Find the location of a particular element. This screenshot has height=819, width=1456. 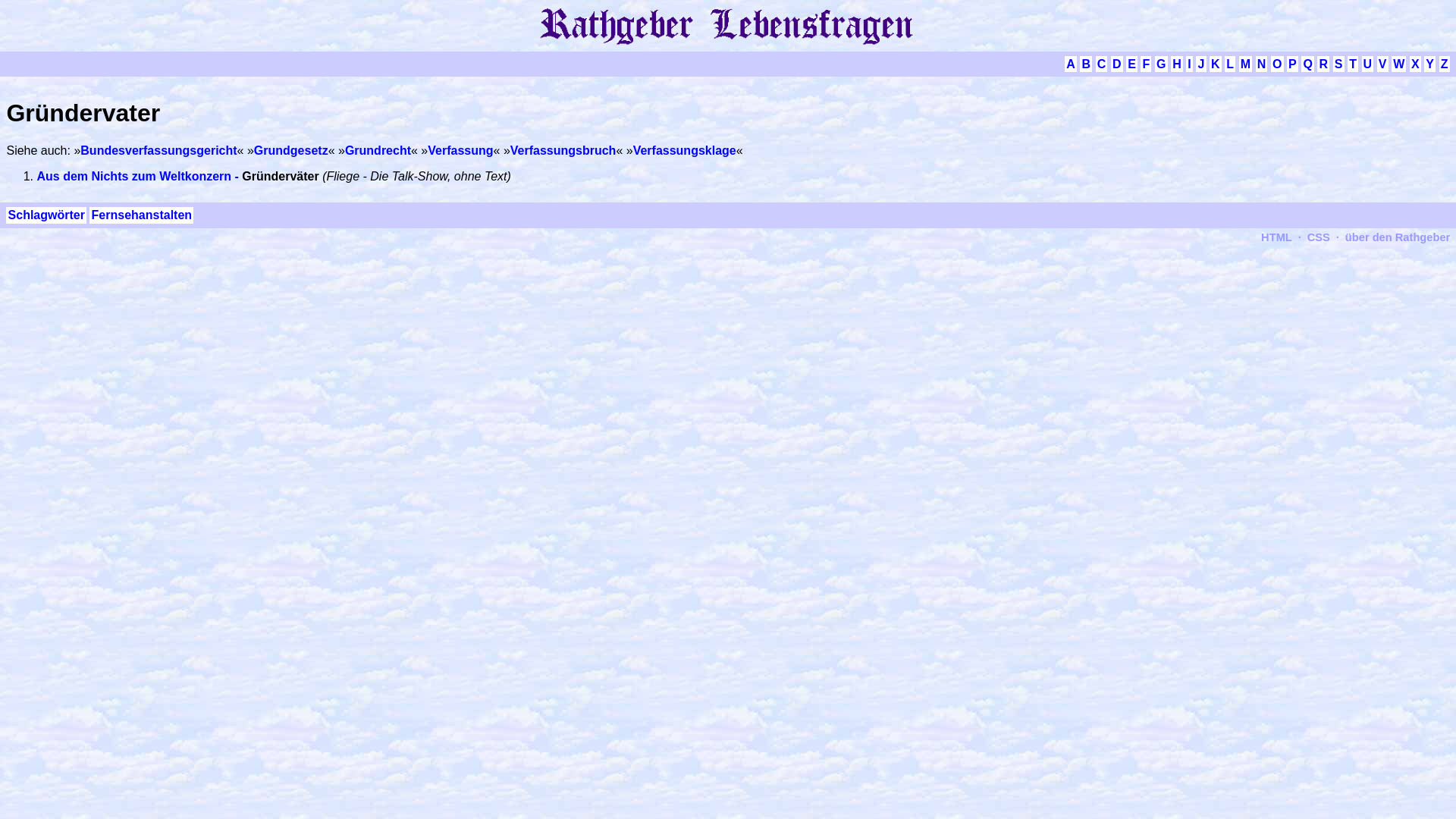

'Q' is located at coordinates (1307, 63).